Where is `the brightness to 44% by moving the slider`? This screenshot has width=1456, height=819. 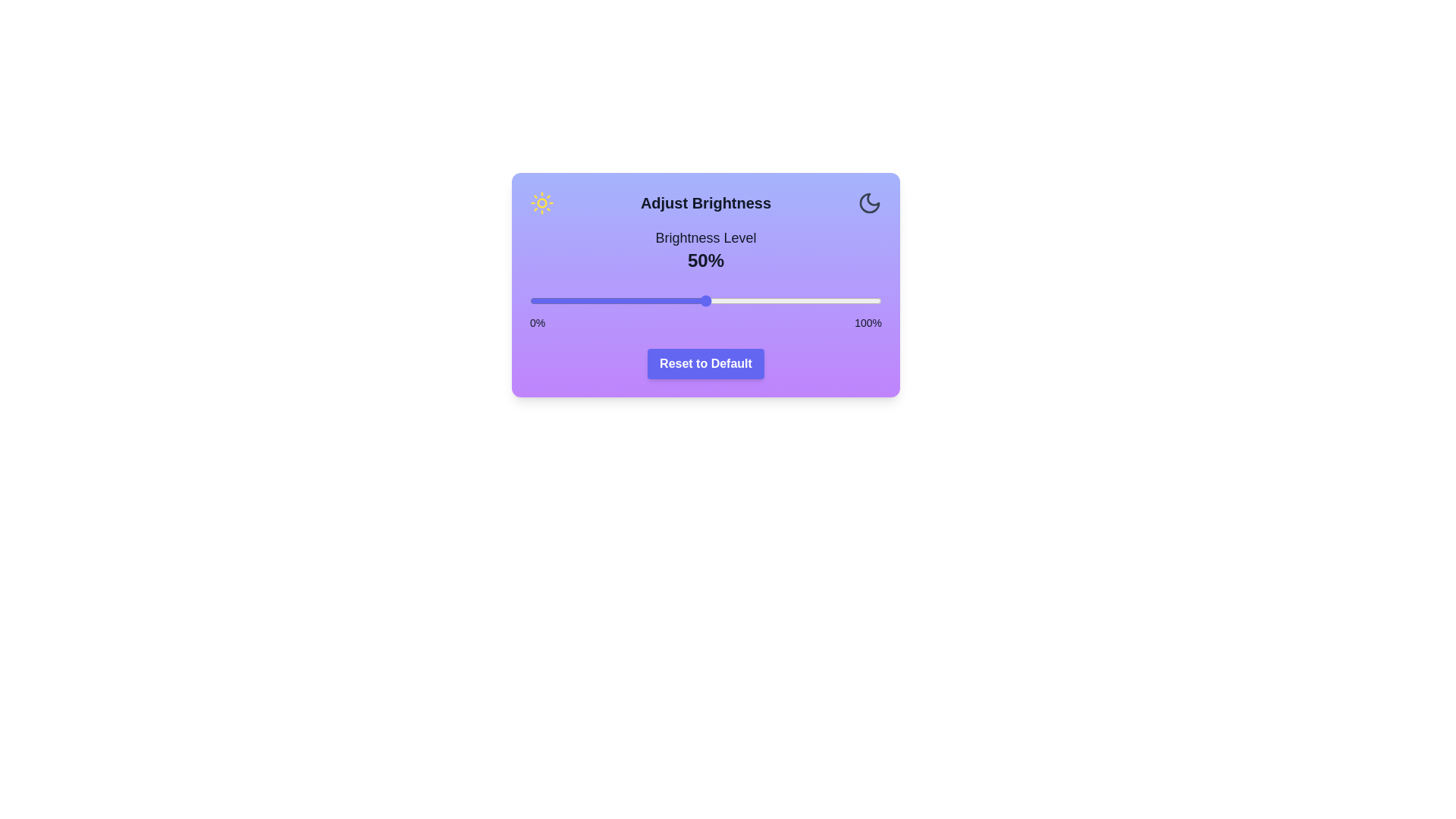 the brightness to 44% by moving the slider is located at coordinates (684, 301).